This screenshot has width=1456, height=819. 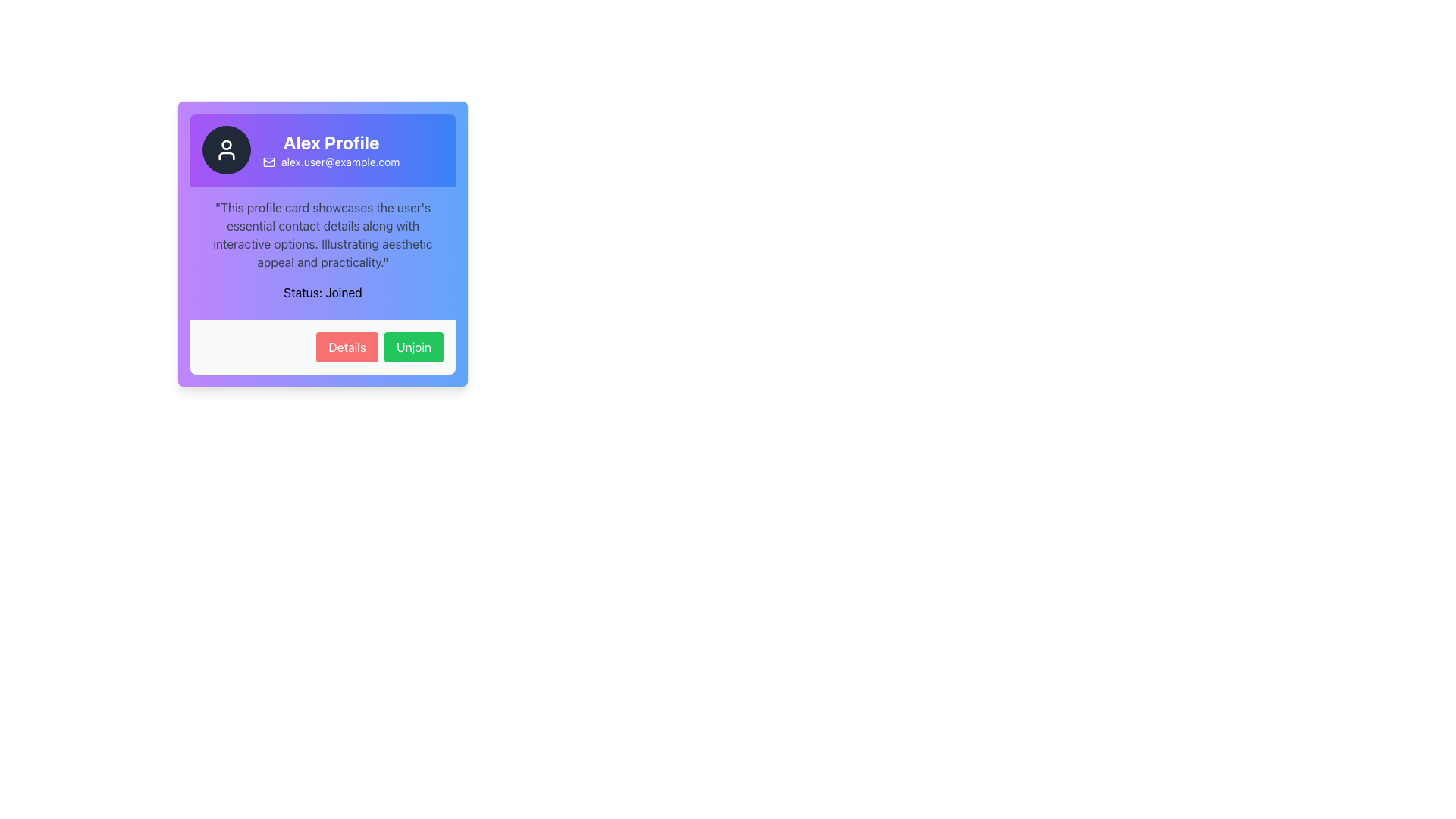 I want to click on the email icon located to the left of the email address 'alex.user@example.com' in the profile card interface, so click(x=269, y=162).